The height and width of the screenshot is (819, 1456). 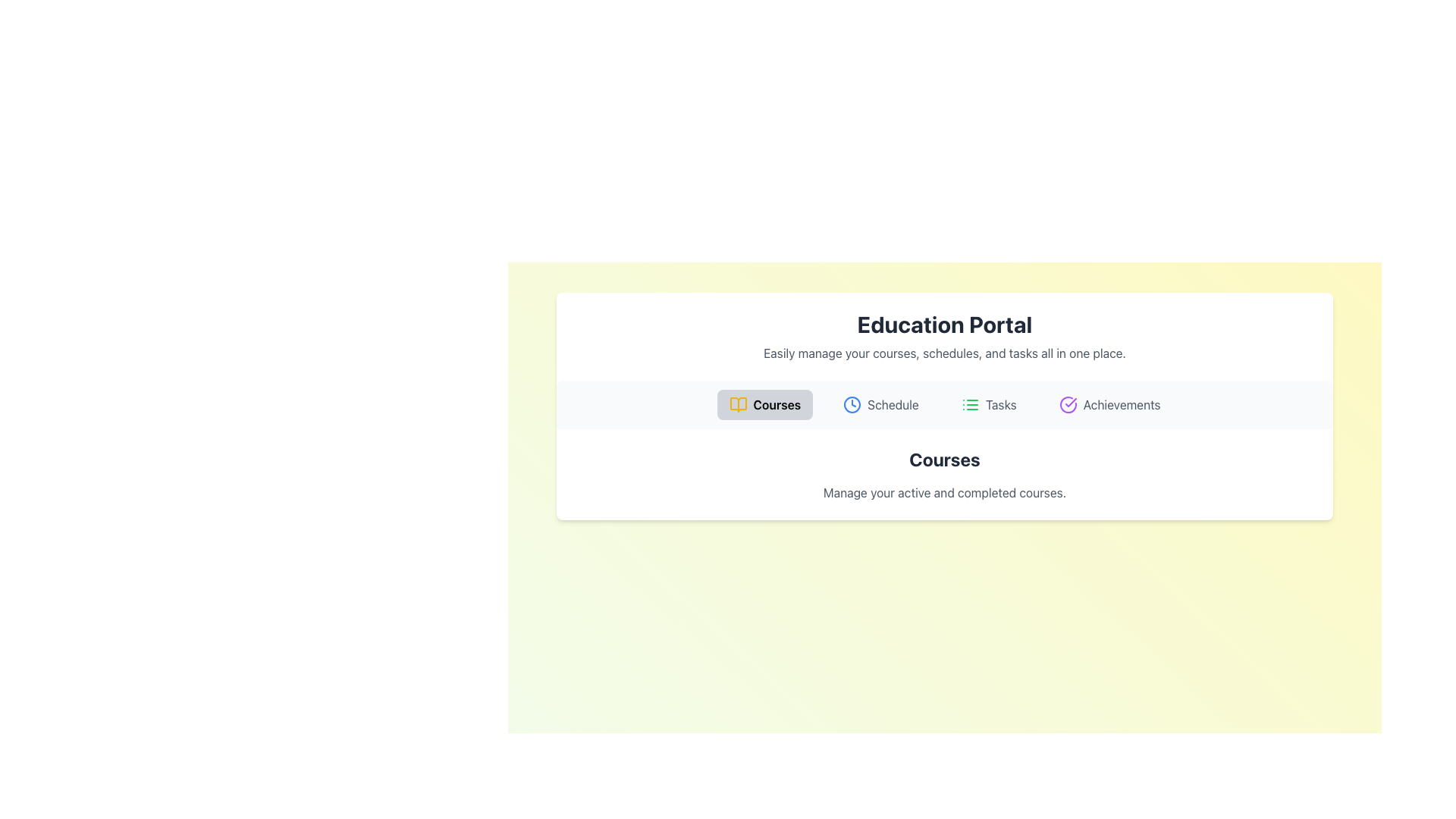 What do you see at coordinates (1001, 403) in the screenshot?
I see `the text label displaying 'Tasks', which is the rightmost label in the navigation section of the Education Portal interface, positioned between 'Schedule' and 'Achievements'` at bounding box center [1001, 403].